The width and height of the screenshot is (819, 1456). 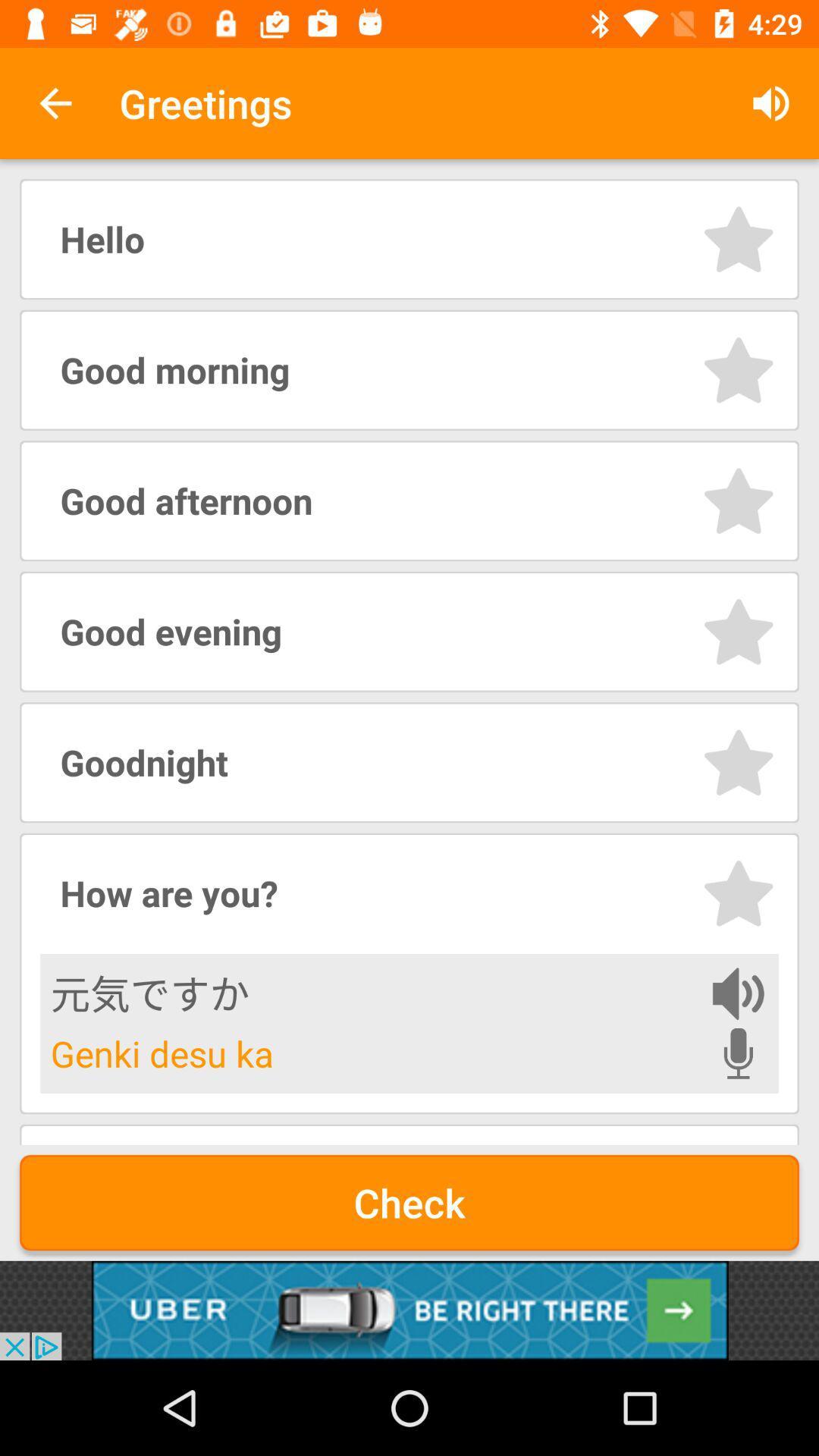 What do you see at coordinates (409, 1310) in the screenshot?
I see `advertisement link` at bounding box center [409, 1310].